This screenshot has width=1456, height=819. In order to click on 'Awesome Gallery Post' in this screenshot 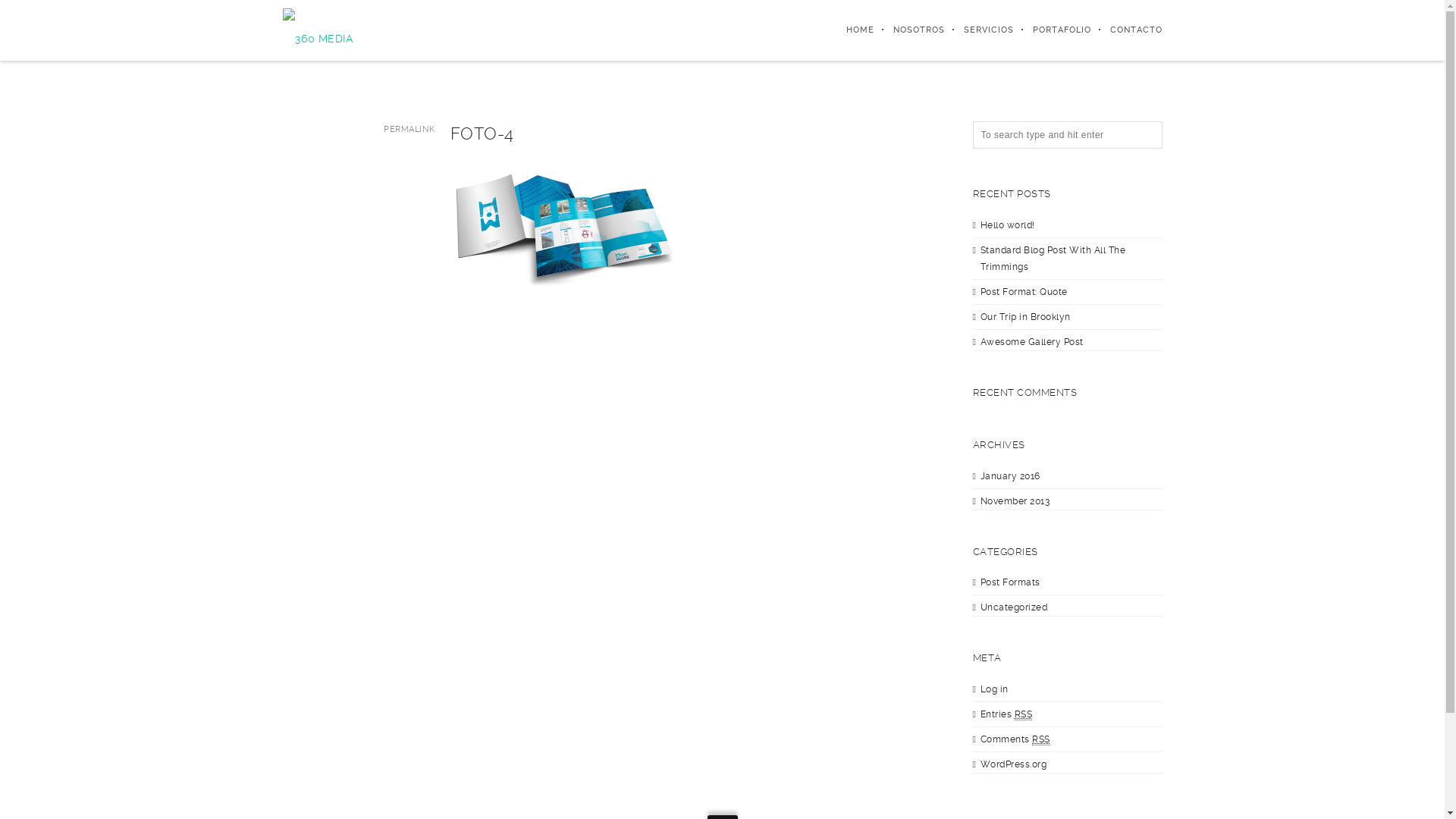, I will do `click(979, 342)`.